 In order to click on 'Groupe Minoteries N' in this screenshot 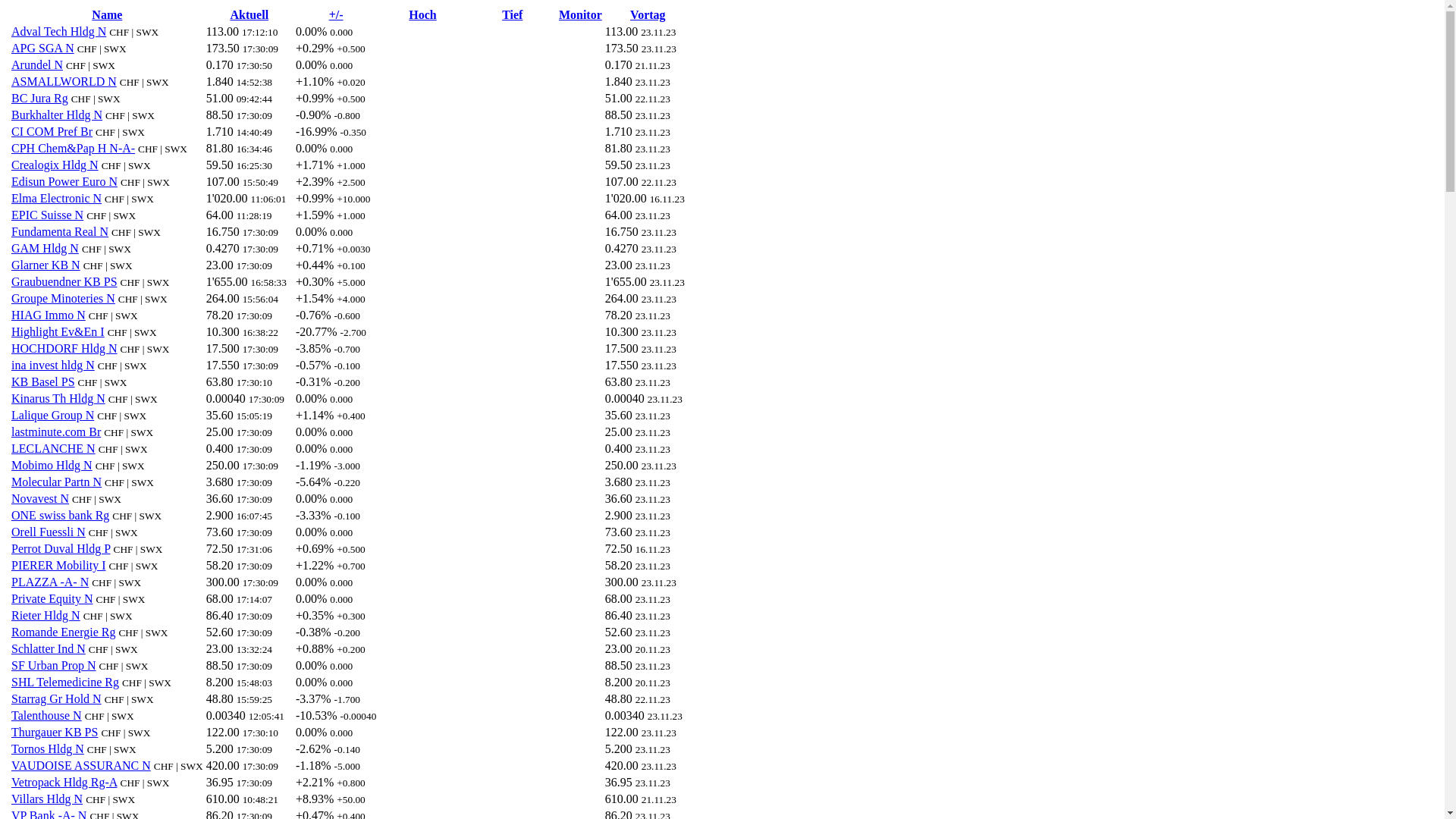, I will do `click(62, 298)`.